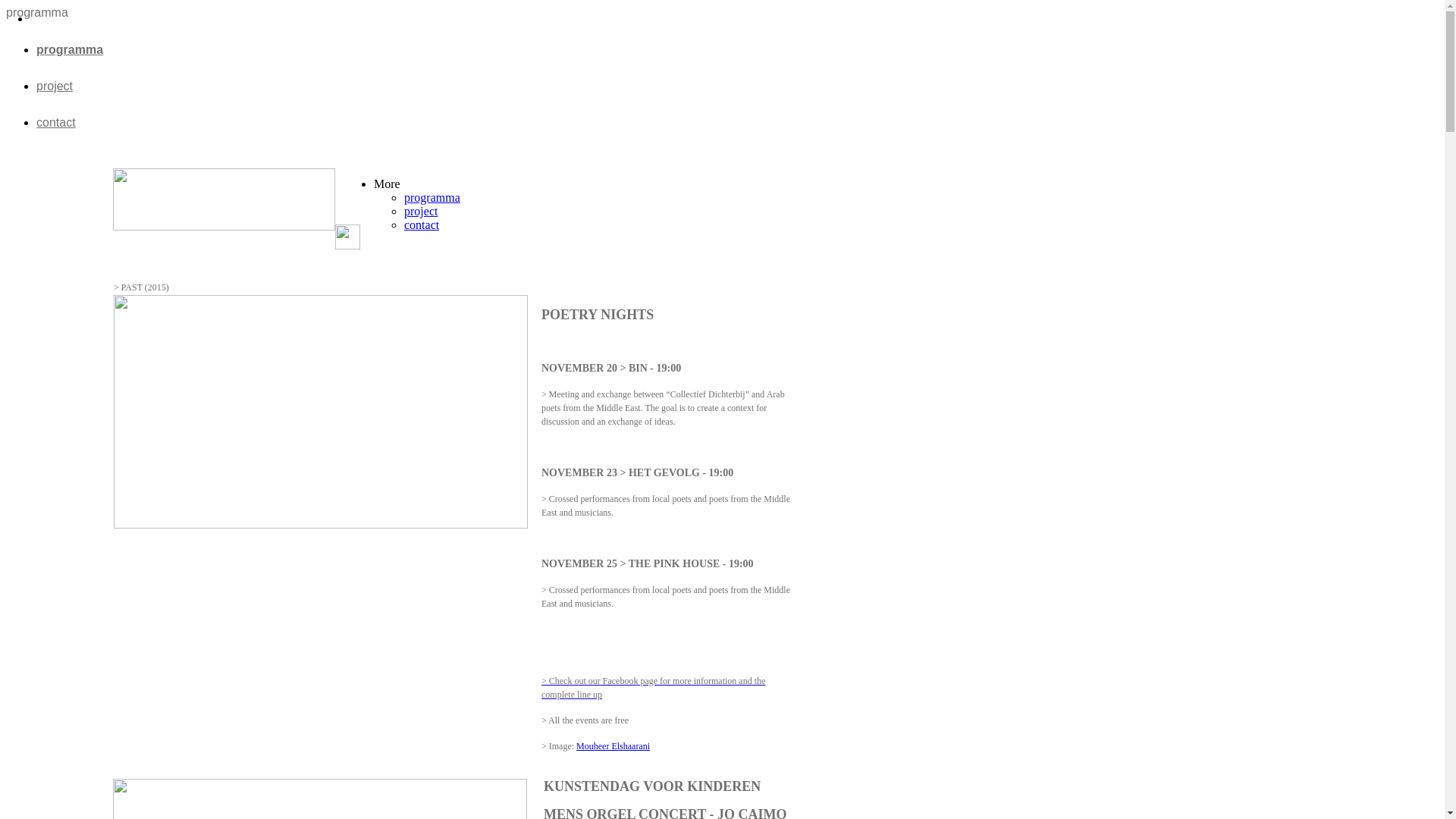 This screenshot has width=1456, height=819. I want to click on 'programma', so click(431, 196).